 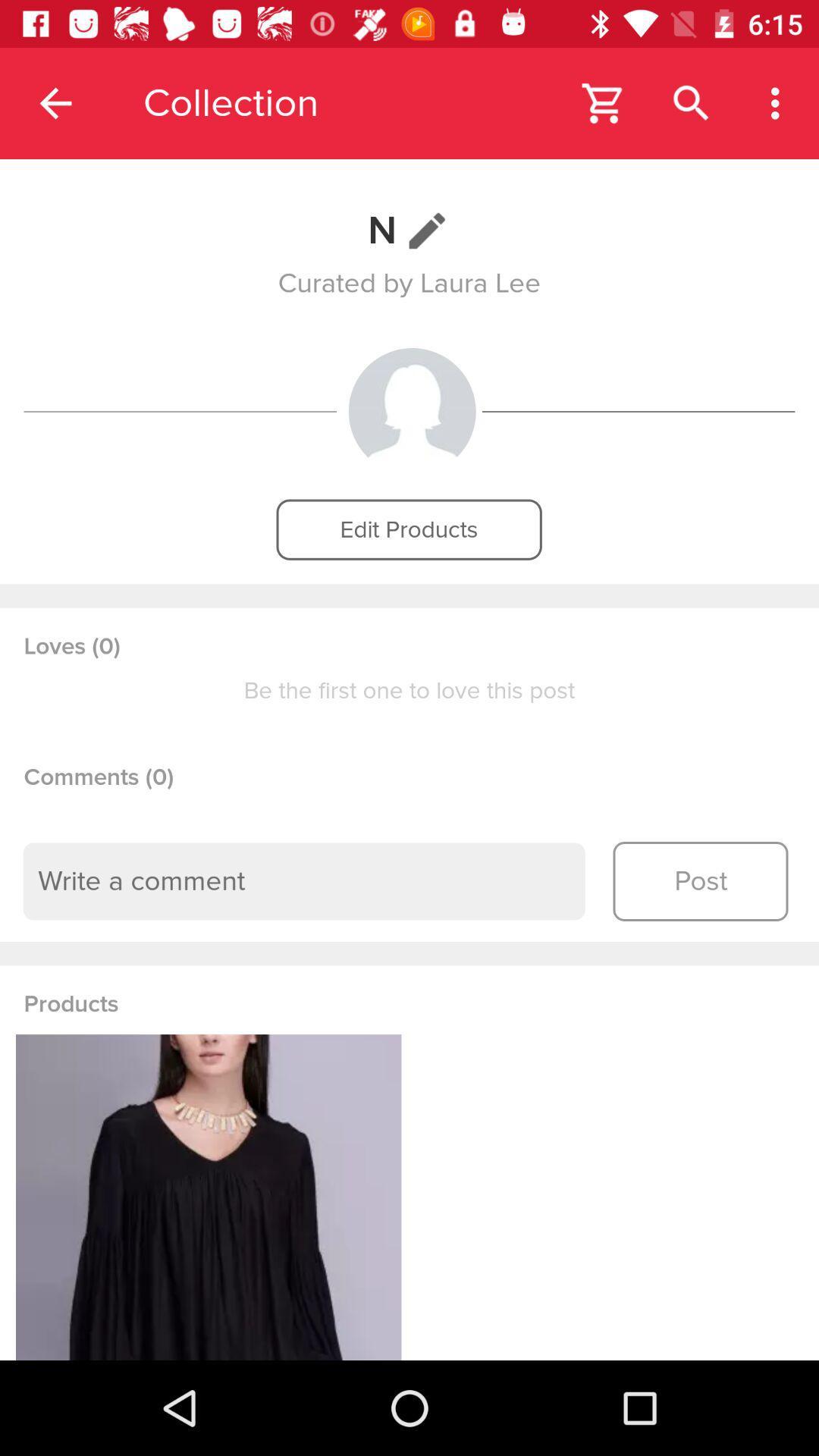 What do you see at coordinates (304, 881) in the screenshot?
I see `item next to the post icon` at bounding box center [304, 881].